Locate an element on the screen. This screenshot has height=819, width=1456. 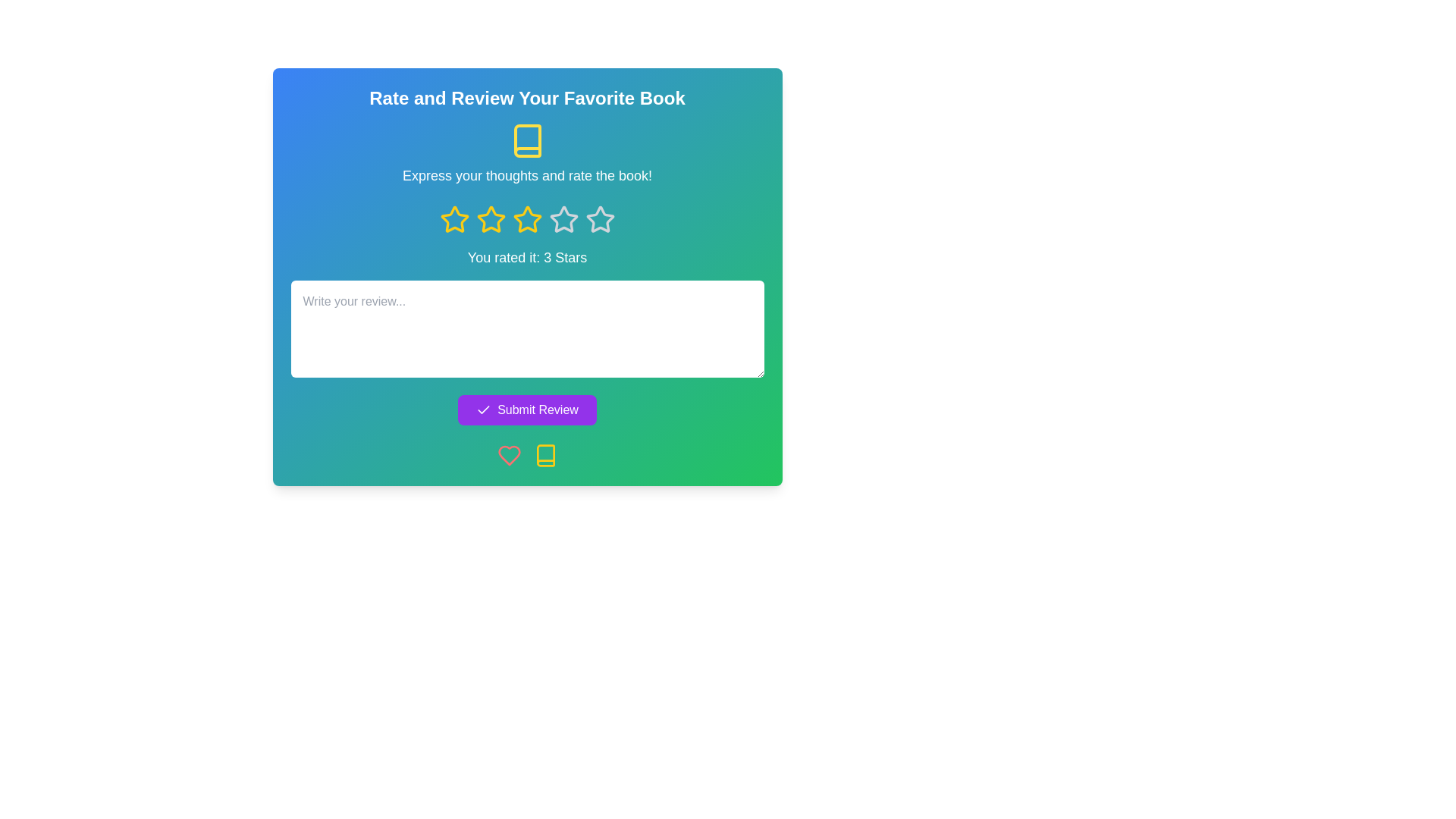
the fourth rating star icon, which is a yellow outlined star with no fill is located at coordinates (527, 219).